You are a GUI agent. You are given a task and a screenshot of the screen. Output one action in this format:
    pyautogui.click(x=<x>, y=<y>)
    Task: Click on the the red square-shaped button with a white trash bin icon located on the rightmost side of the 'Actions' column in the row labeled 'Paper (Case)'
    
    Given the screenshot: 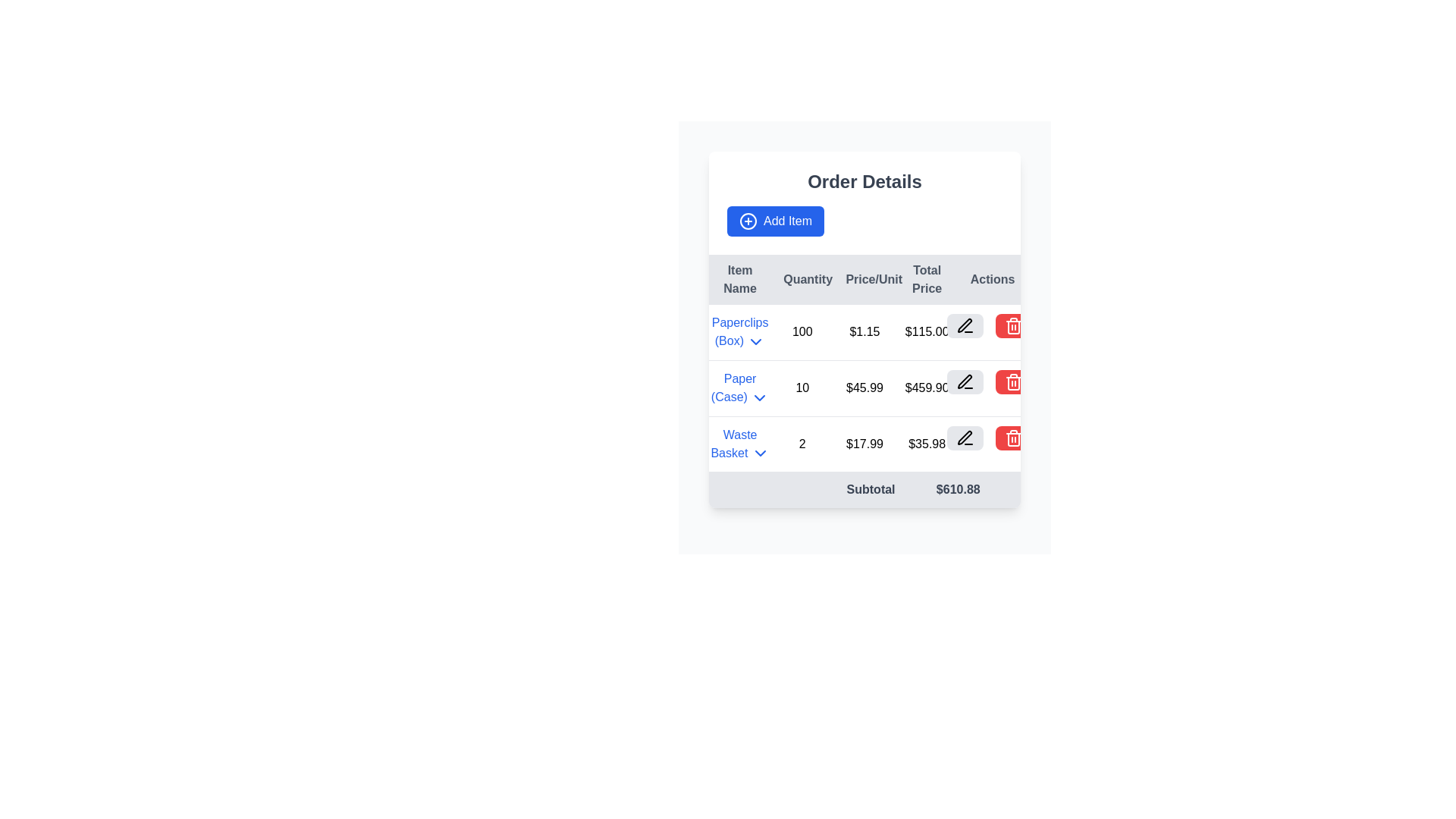 What is the action you would take?
    pyautogui.click(x=1013, y=381)
    